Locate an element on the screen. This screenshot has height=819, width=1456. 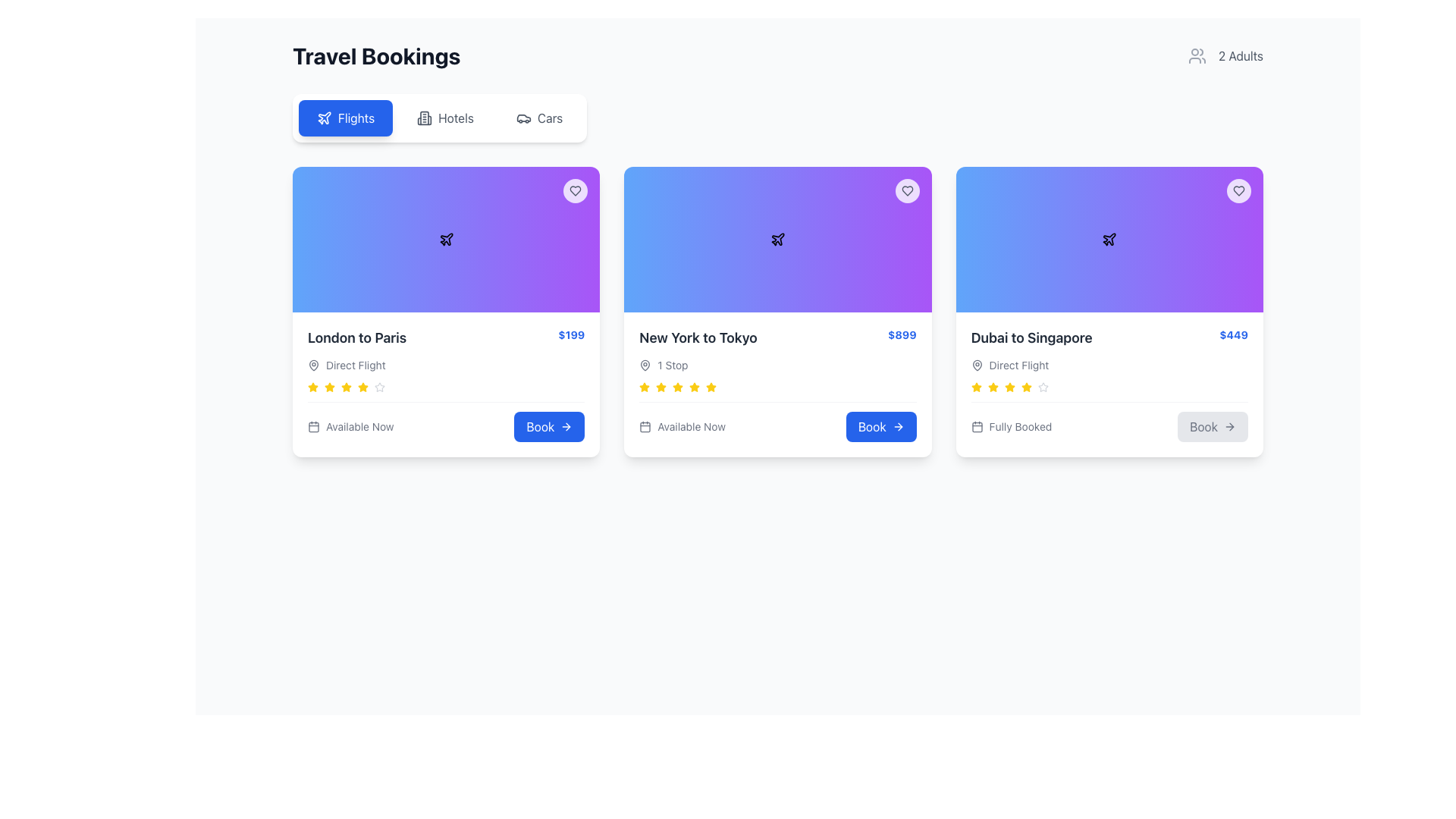
the booking button located in the bottom section of the first travel option card, positioned to the right of the 'Available Now' text, to initiate the booking process is located at coordinates (539, 427).